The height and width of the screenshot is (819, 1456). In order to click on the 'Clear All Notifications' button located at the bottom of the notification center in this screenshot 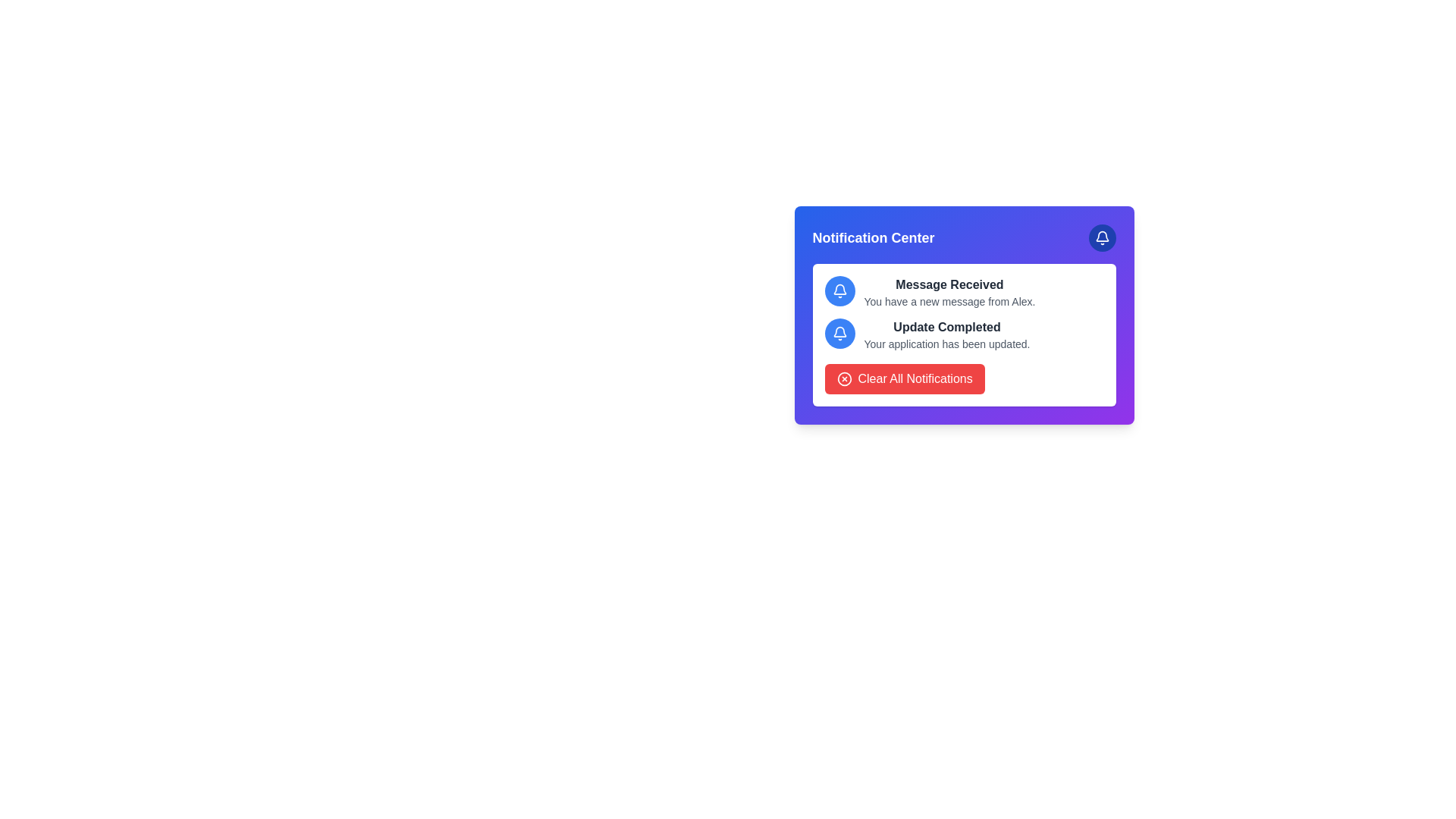, I will do `click(905, 378)`.